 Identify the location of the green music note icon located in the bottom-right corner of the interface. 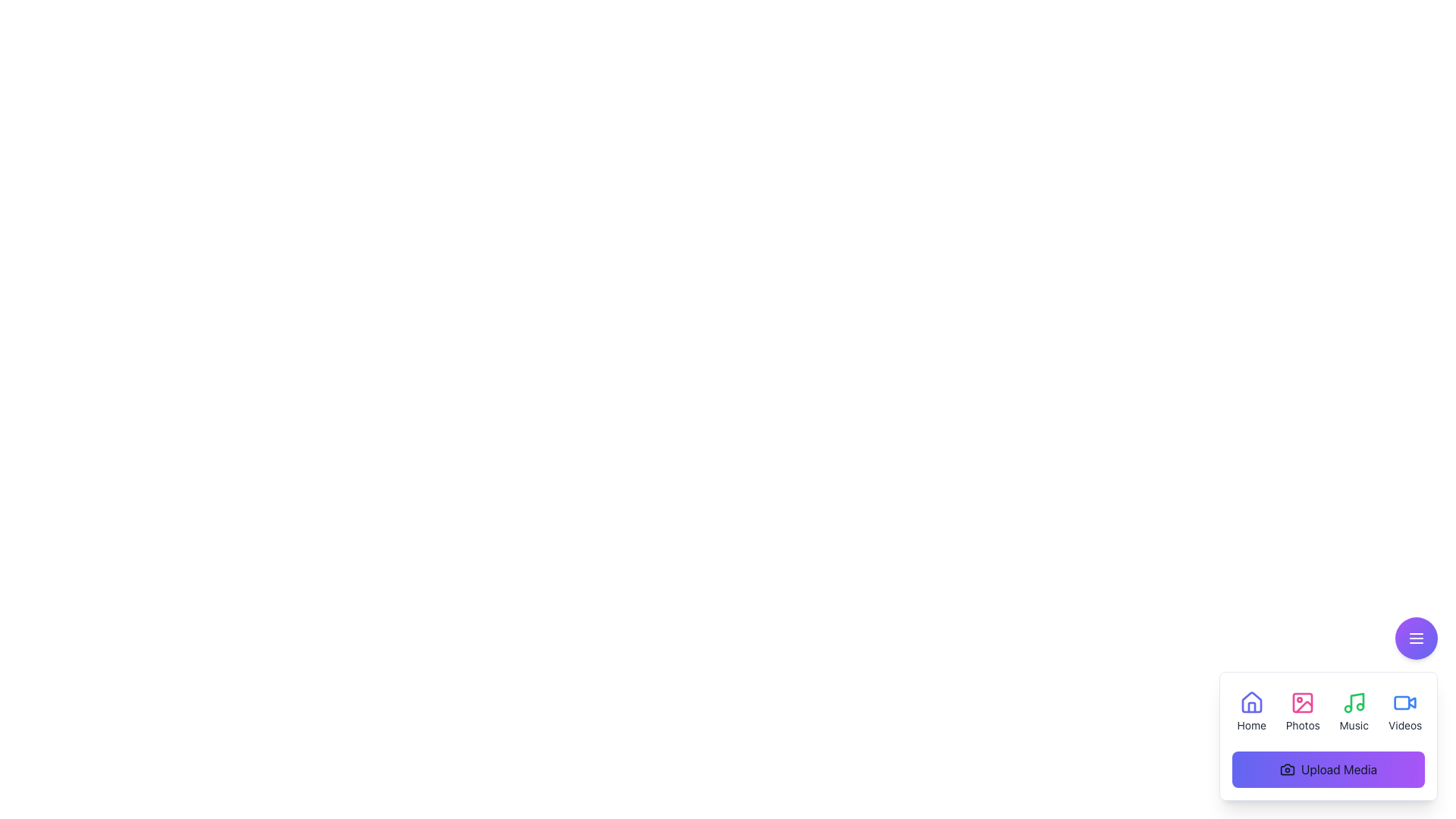
(1354, 702).